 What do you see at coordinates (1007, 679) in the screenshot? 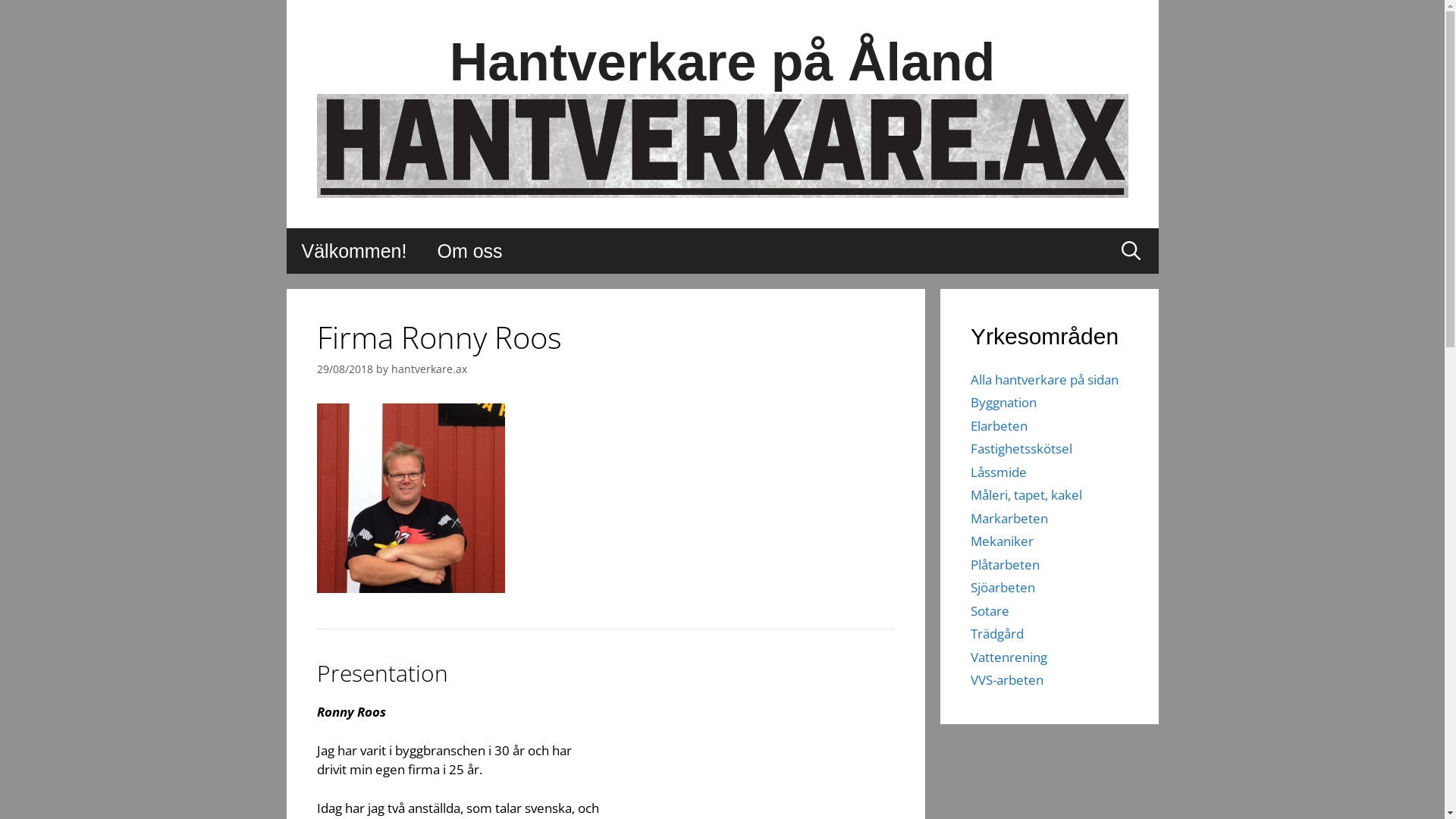
I see `'VVS-arbeten'` at bounding box center [1007, 679].